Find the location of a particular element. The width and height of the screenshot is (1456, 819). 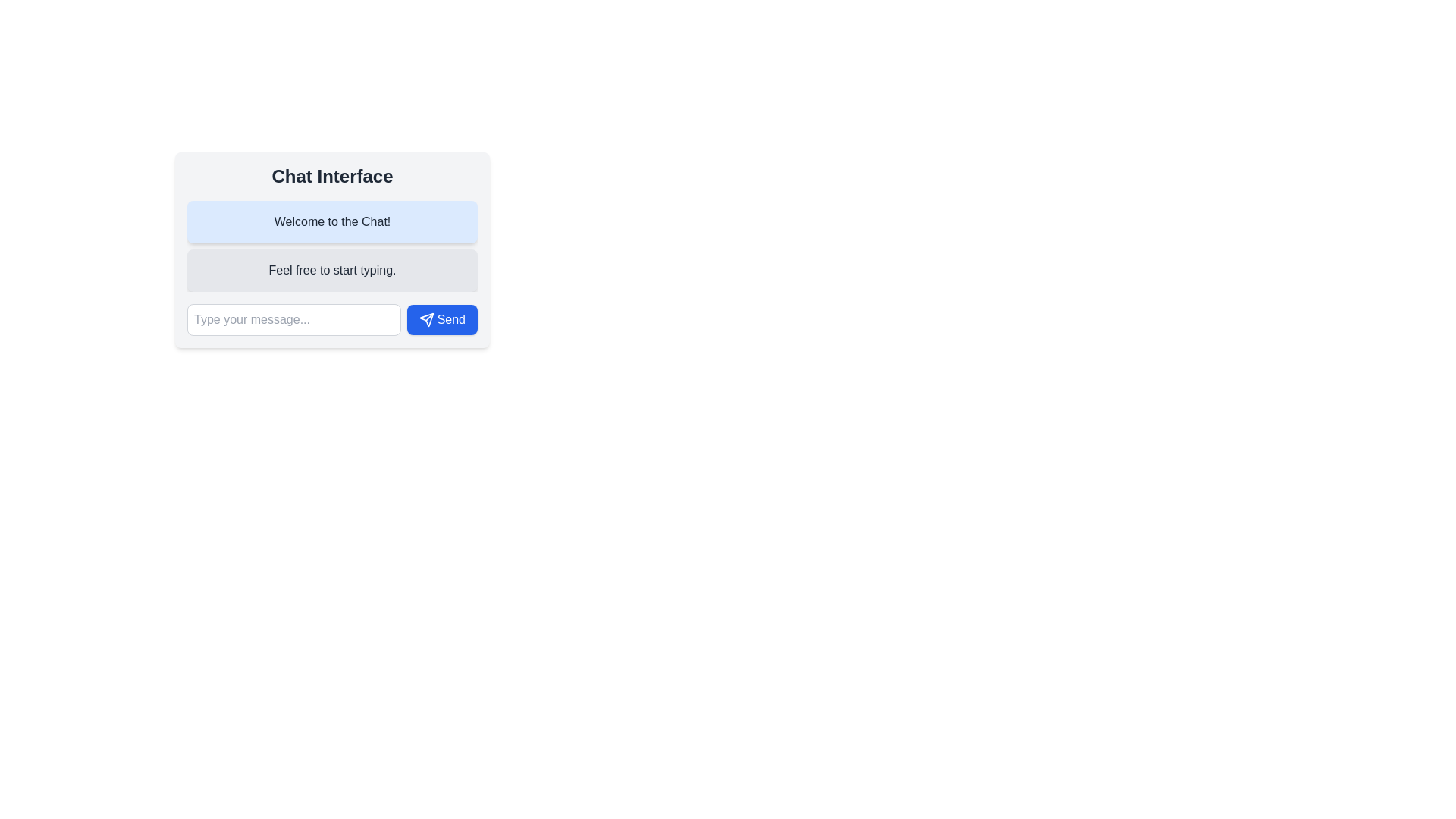

the static text header or label that serves as the title for the chat interface section, located at the top of the panel is located at coordinates (331, 175).